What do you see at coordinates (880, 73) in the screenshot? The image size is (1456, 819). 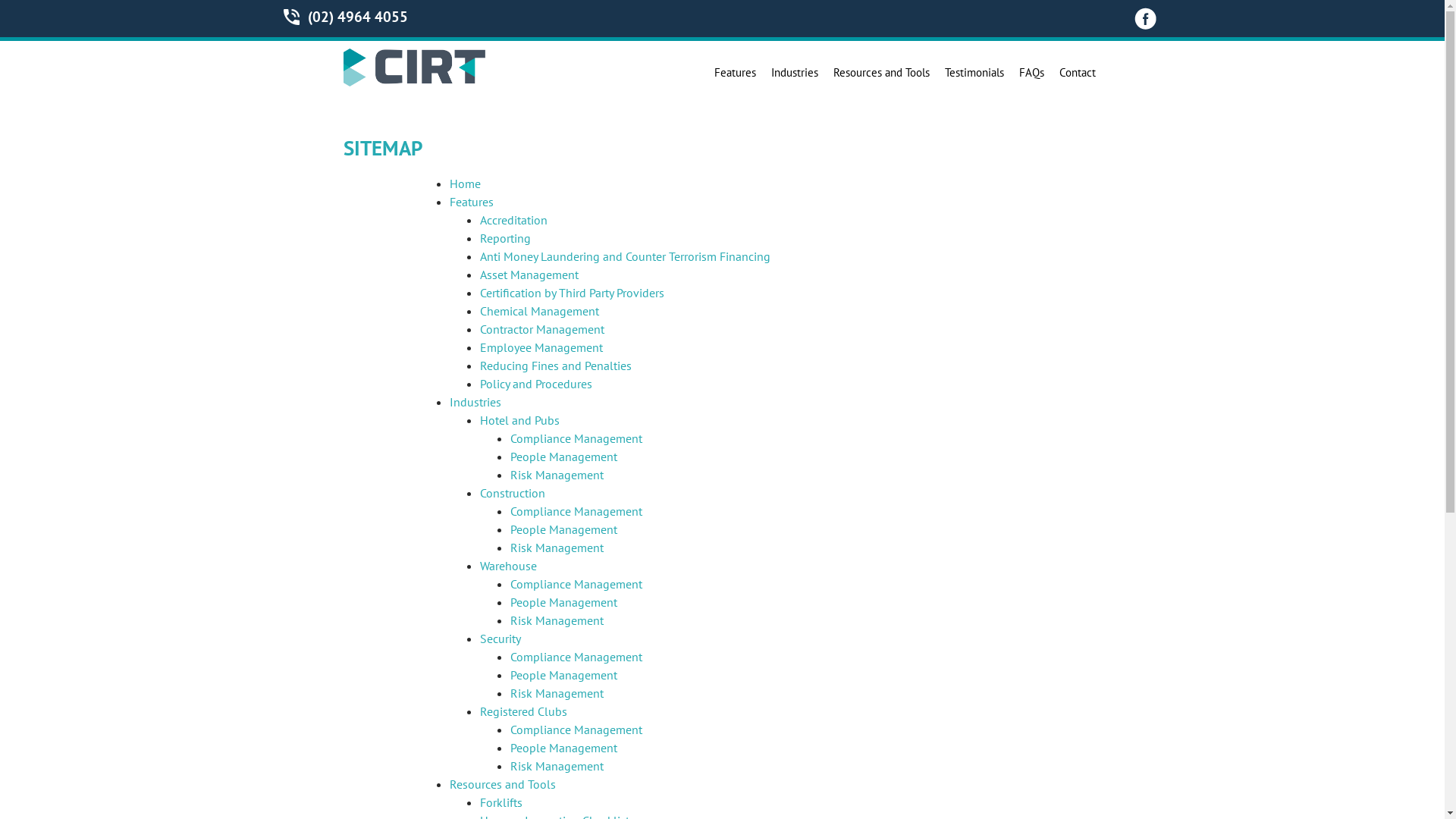 I see `'Resources and Tools'` at bounding box center [880, 73].